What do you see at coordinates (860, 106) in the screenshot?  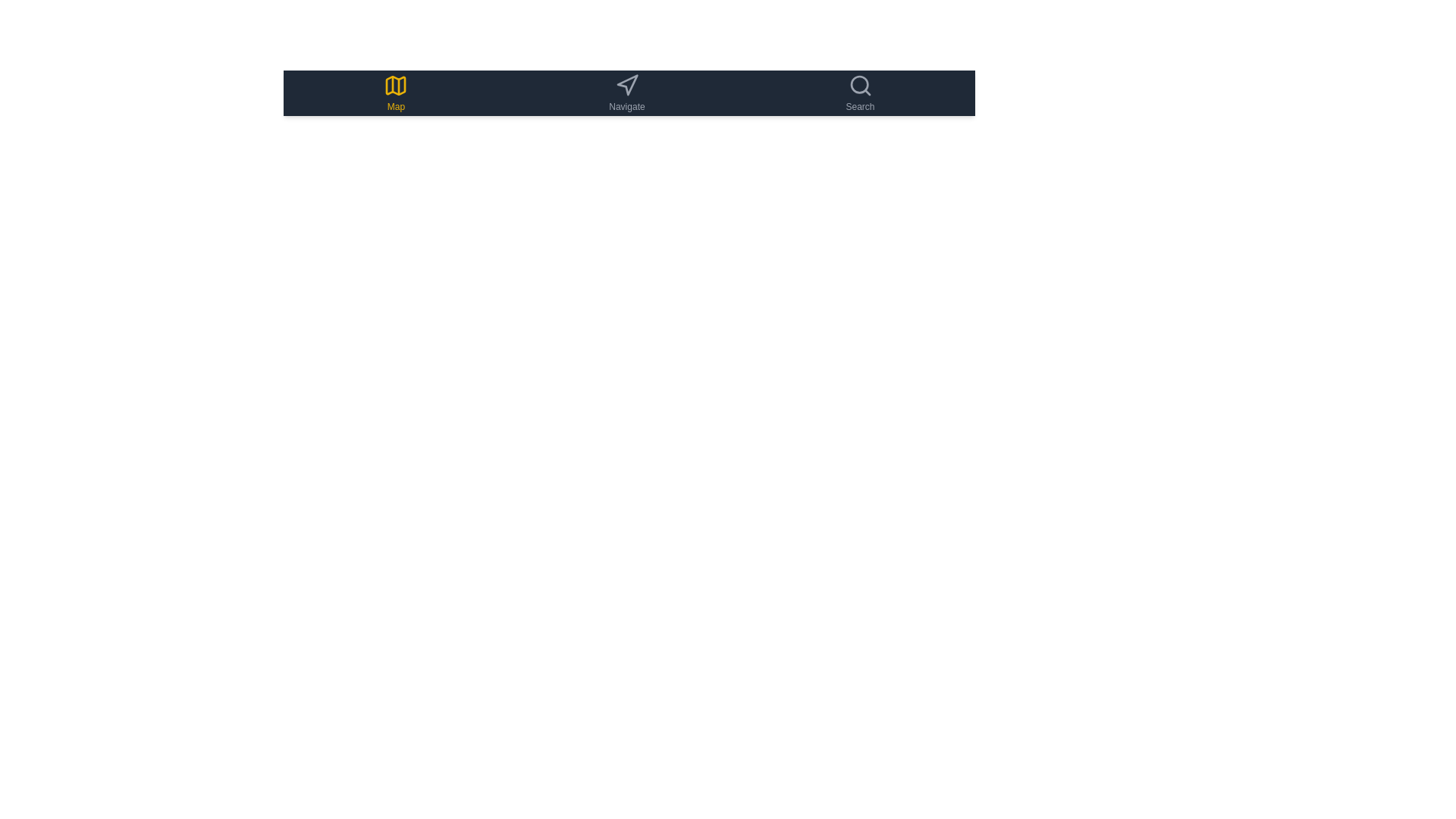 I see `the 'Search' text label component, which is a small-sized text displayed in light gray against a dark background, located below the magnifying glass icon in the top-right section of the interface` at bounding box center [860, 106].